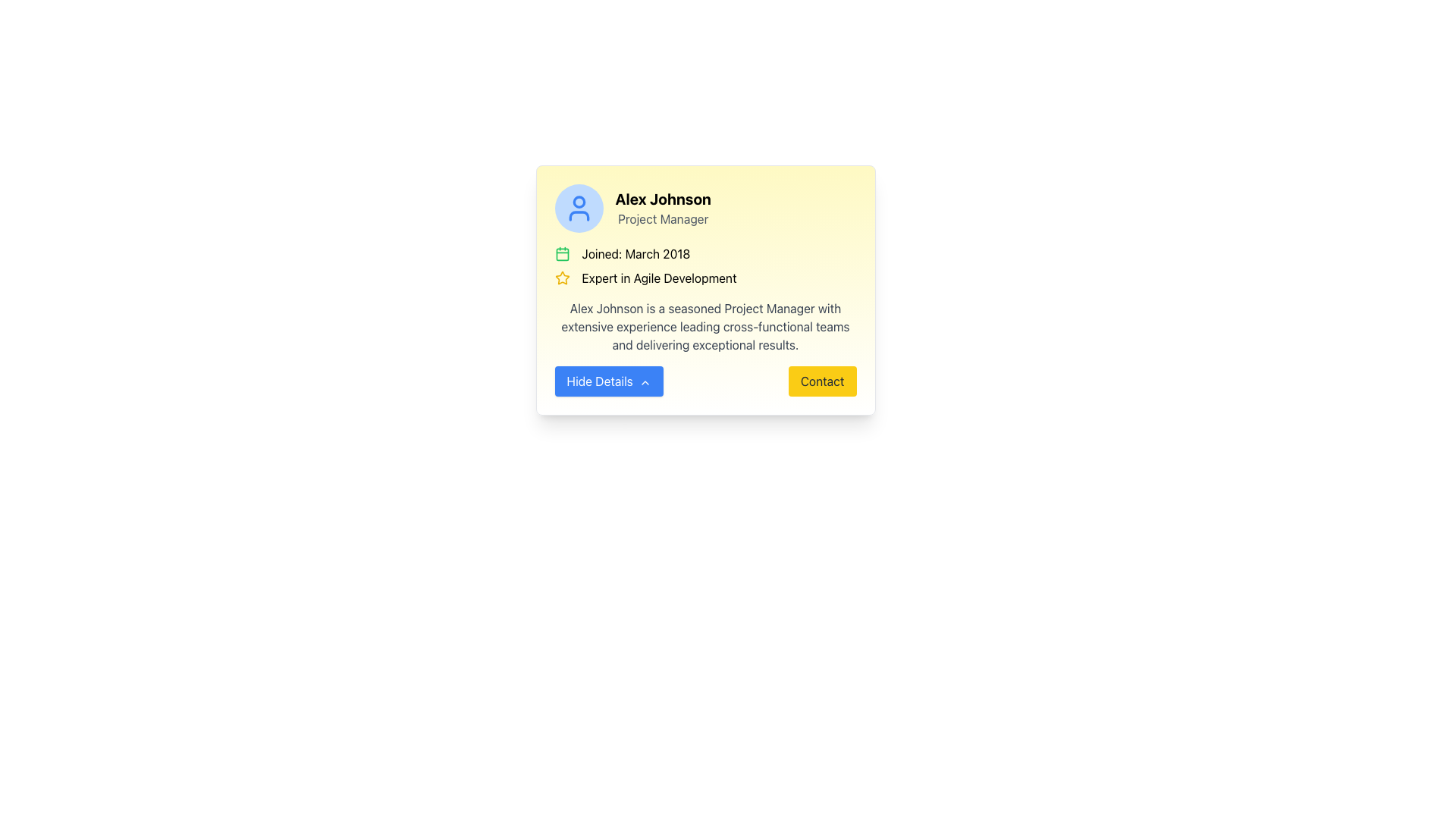  What do you see at coordinates (578, 208) in the screenshot?
I see `the SVG Icon located at the top-left corner of the card, which serves as a representative icon for the user` at bounding box center [578, 208].